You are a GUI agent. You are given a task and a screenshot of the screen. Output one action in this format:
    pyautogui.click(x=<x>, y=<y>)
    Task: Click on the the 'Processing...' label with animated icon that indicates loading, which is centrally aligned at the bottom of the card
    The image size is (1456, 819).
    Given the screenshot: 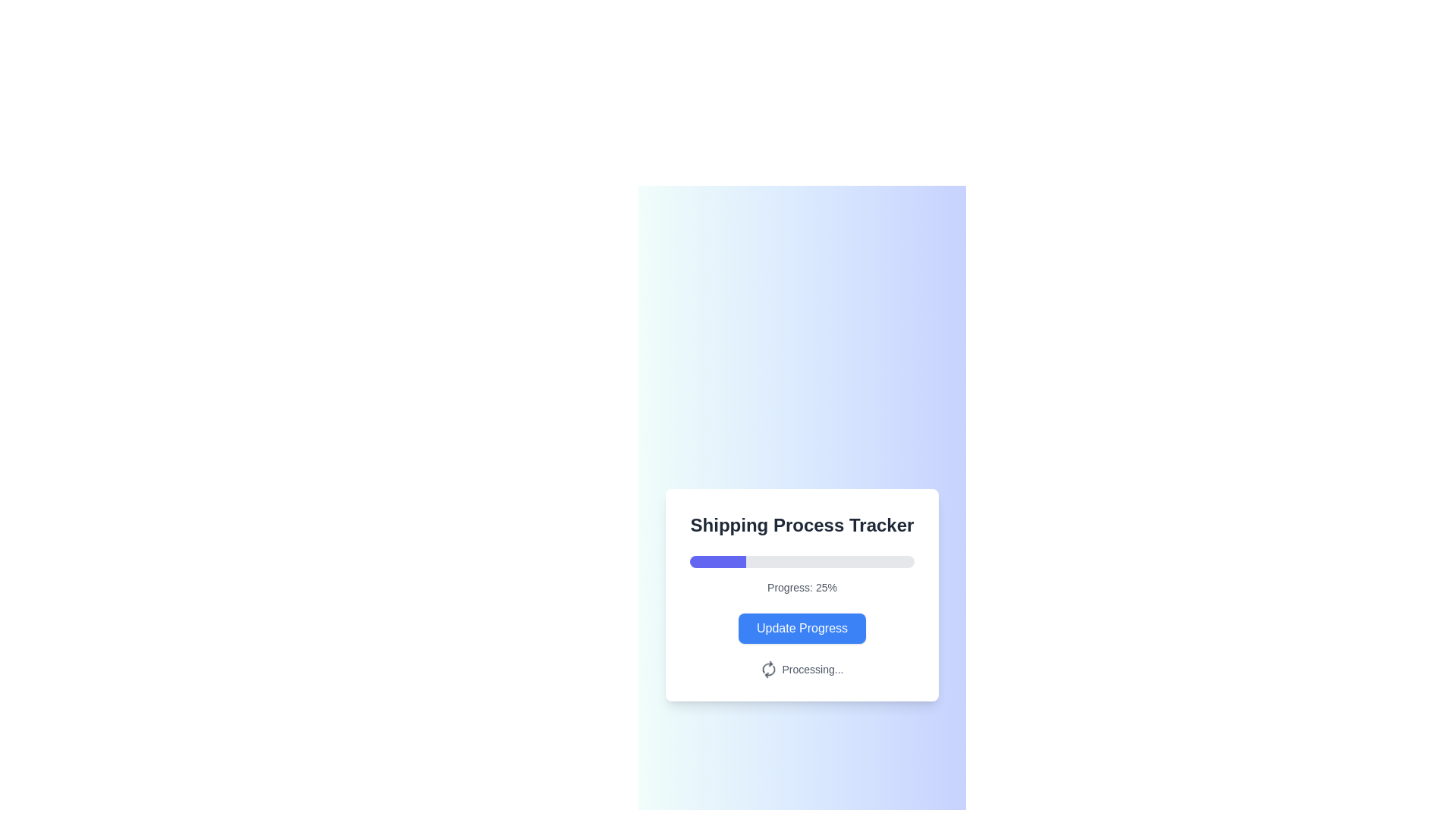 What is the action you would take?
    pyautogui.click(x=801, y=669)
    